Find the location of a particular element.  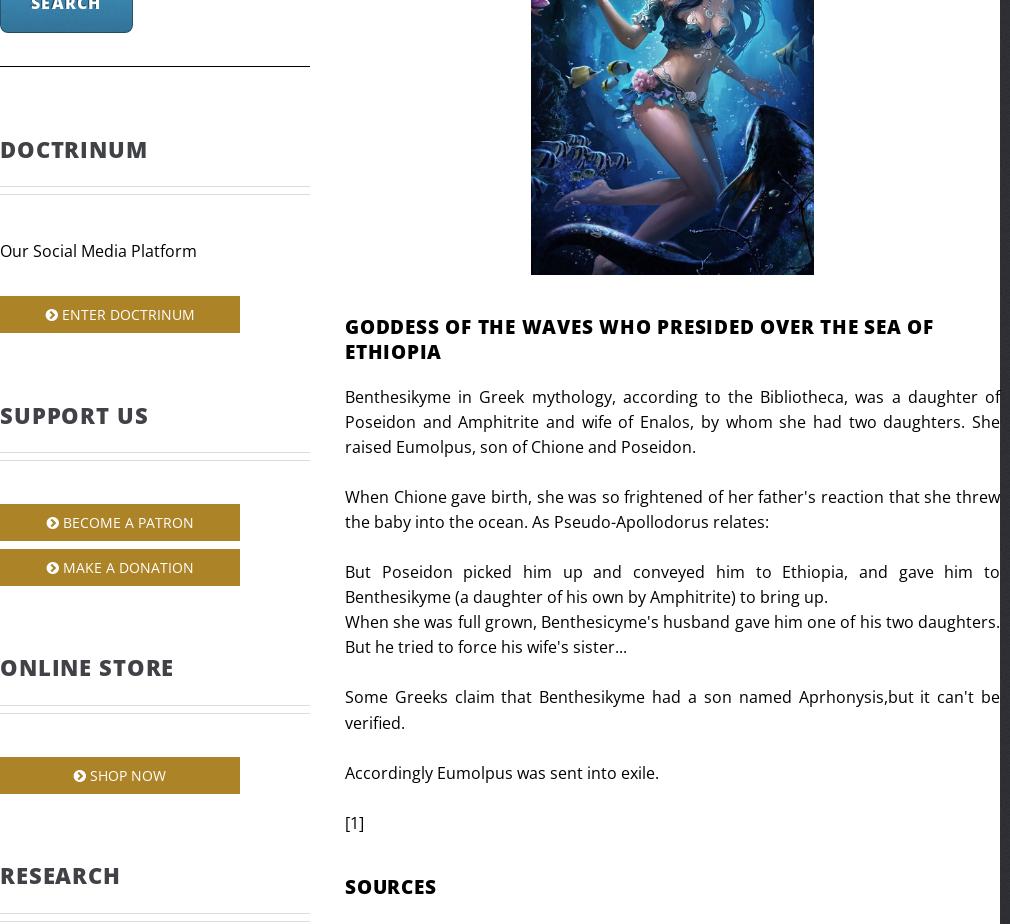

'But Poseidon picked him up and conveyed him to Ethiopia, and gave him to Benthesikyme (a daughter of his own by Amphitrite) to bring up.' is located at coordinates (671, 583).